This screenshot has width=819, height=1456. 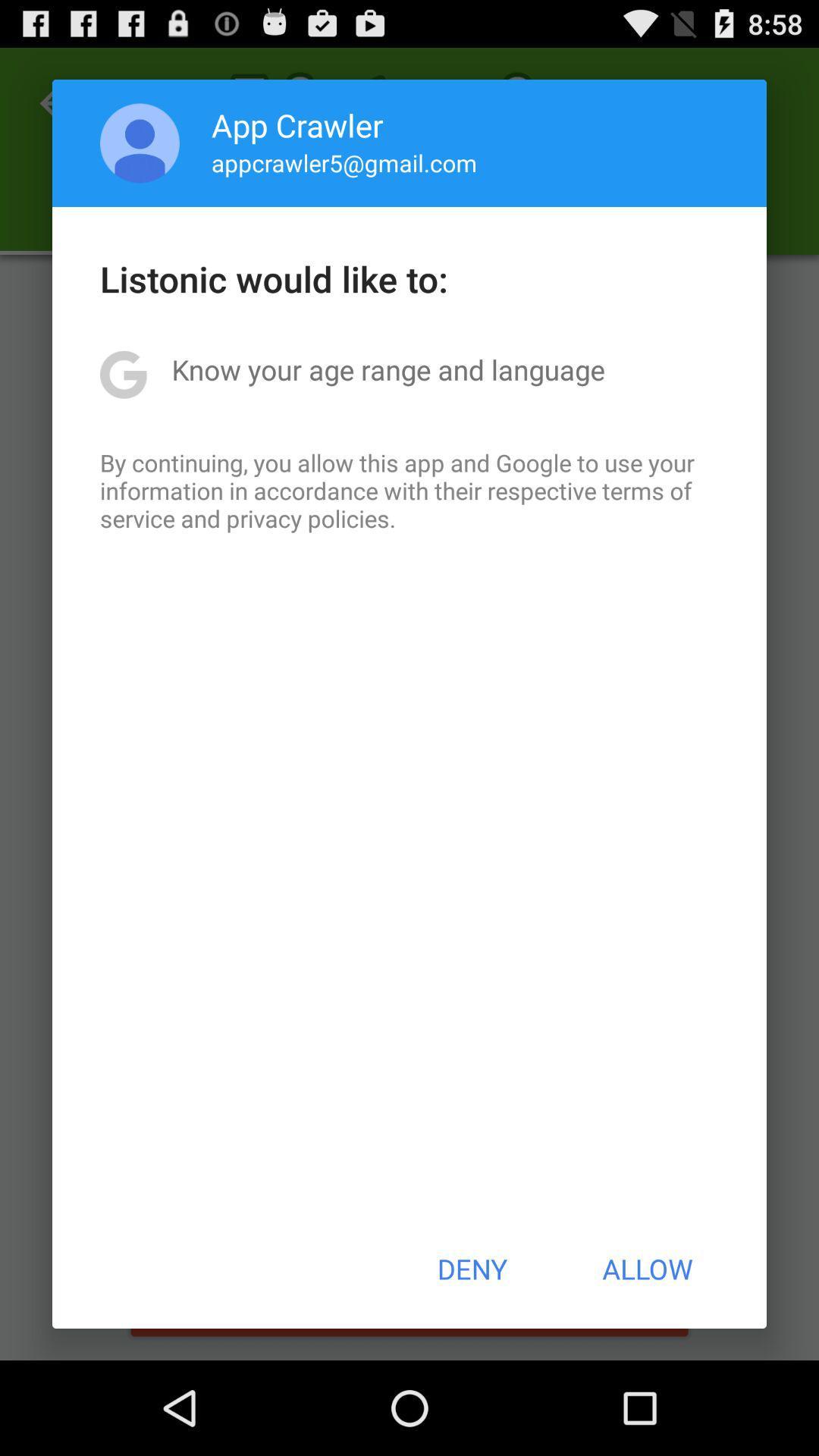 What do you see at coordinates (471, 1269) in the screenshot?
I see `the icon to the left of the allow` at bounding box center [471, 1269].